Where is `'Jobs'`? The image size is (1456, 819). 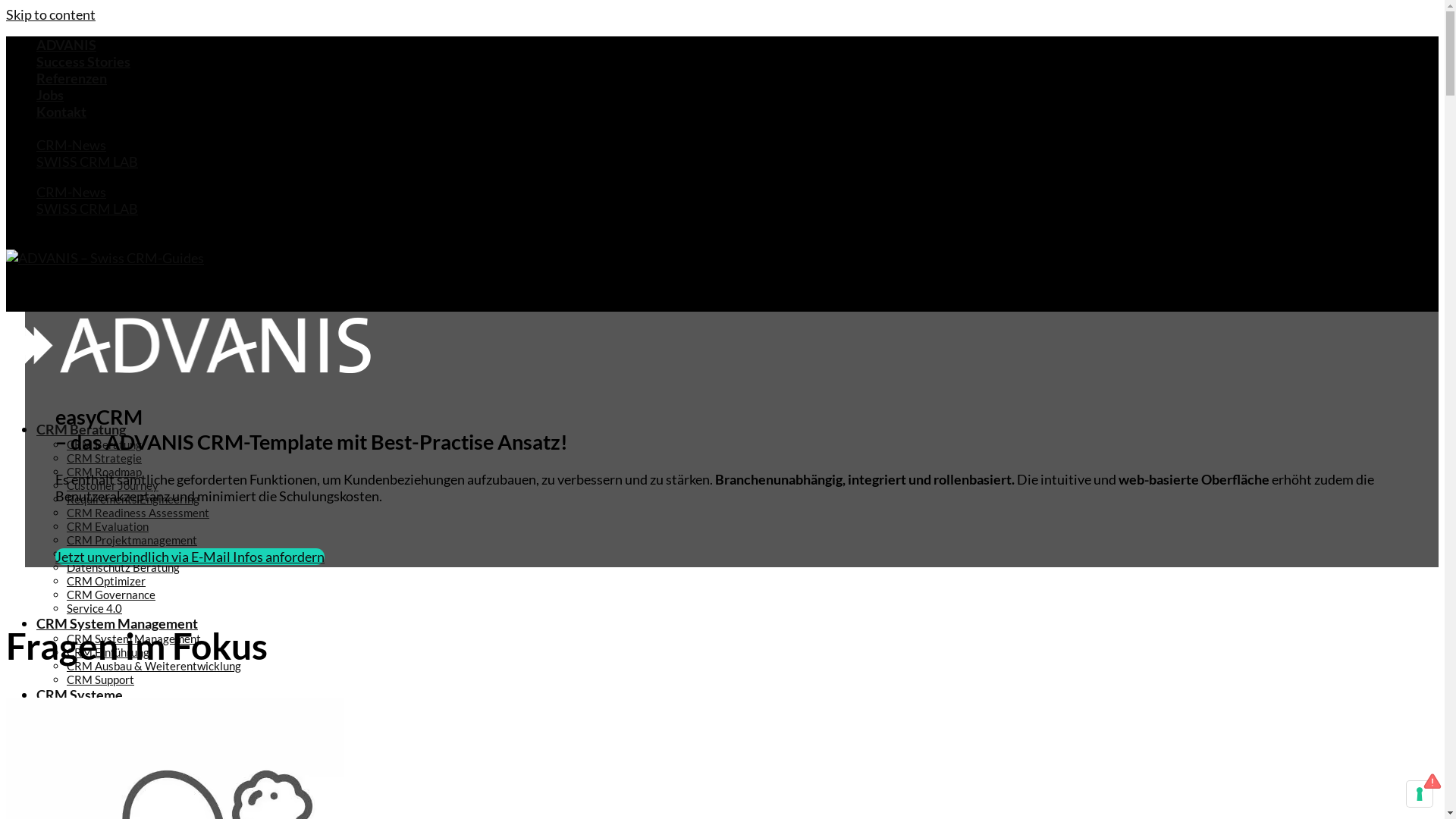
'Jobs' is located at coordinates (50, 94).